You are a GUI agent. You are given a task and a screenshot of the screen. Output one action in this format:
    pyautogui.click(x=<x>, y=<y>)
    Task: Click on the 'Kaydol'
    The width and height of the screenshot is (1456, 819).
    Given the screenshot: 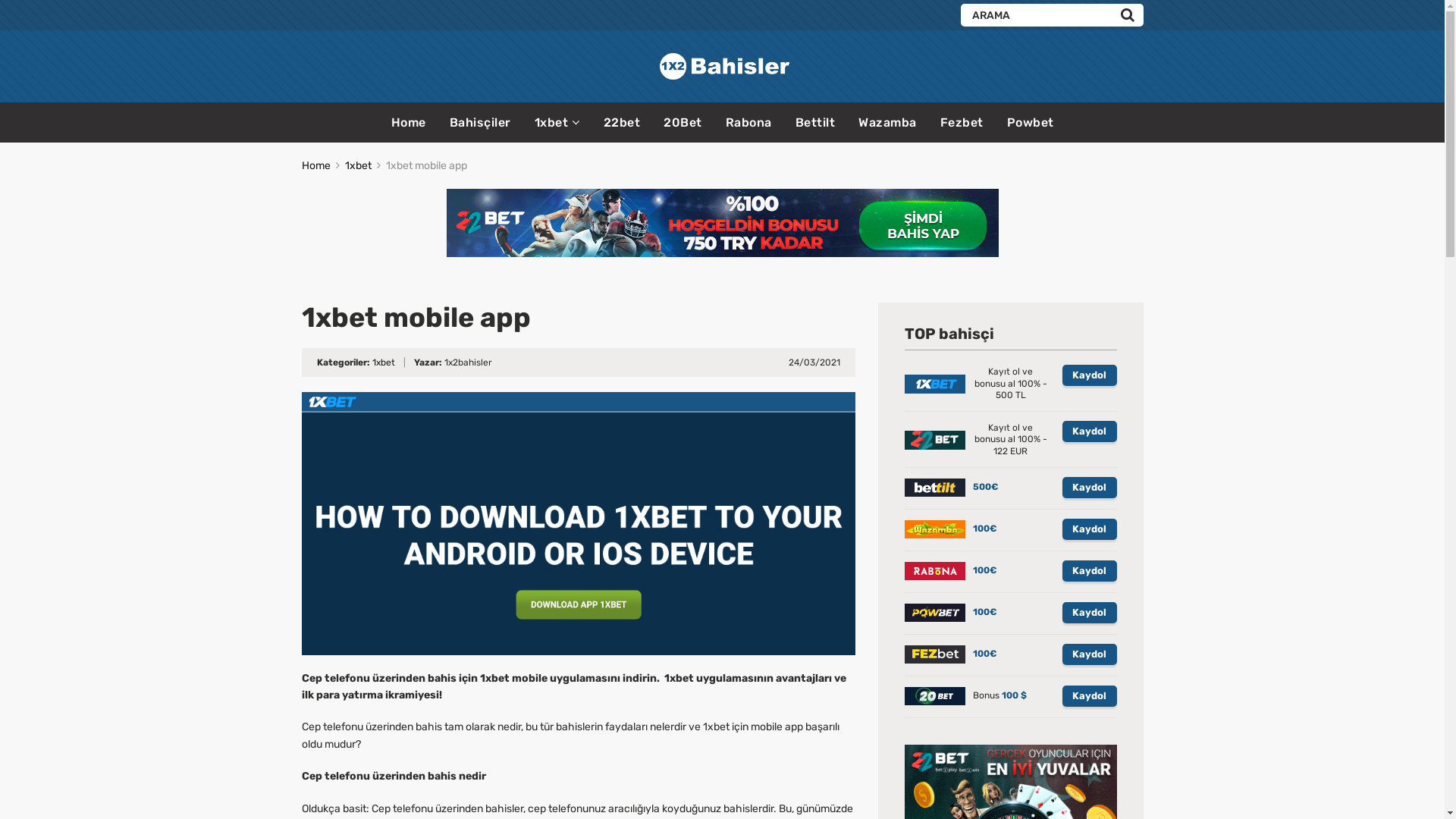 What is the action you would take?
    pyautogui.click(x=1061, y=611)
    